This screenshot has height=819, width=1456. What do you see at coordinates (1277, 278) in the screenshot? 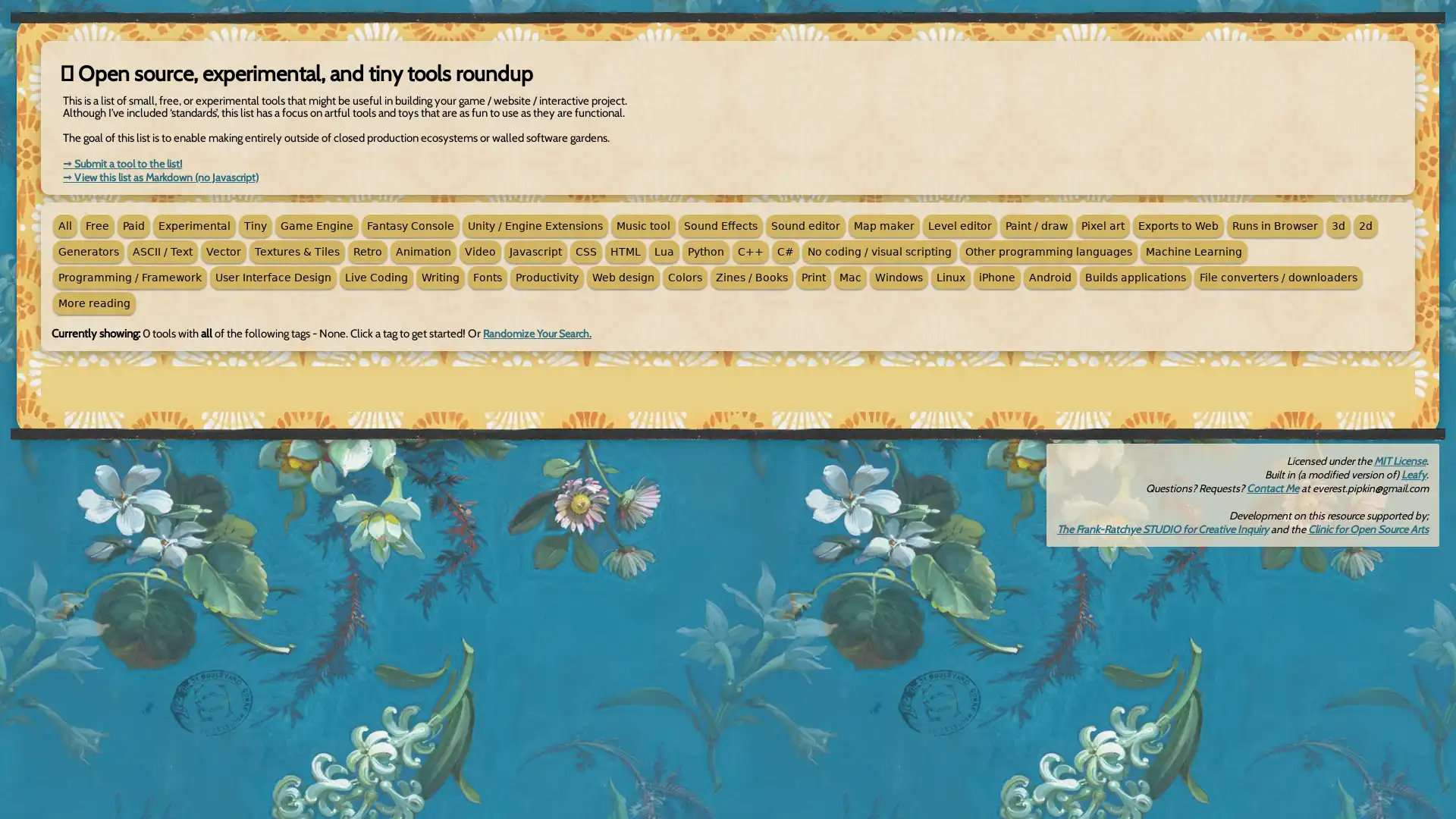
I see `File converters / downloaders` at bounding box center [1277, 278].